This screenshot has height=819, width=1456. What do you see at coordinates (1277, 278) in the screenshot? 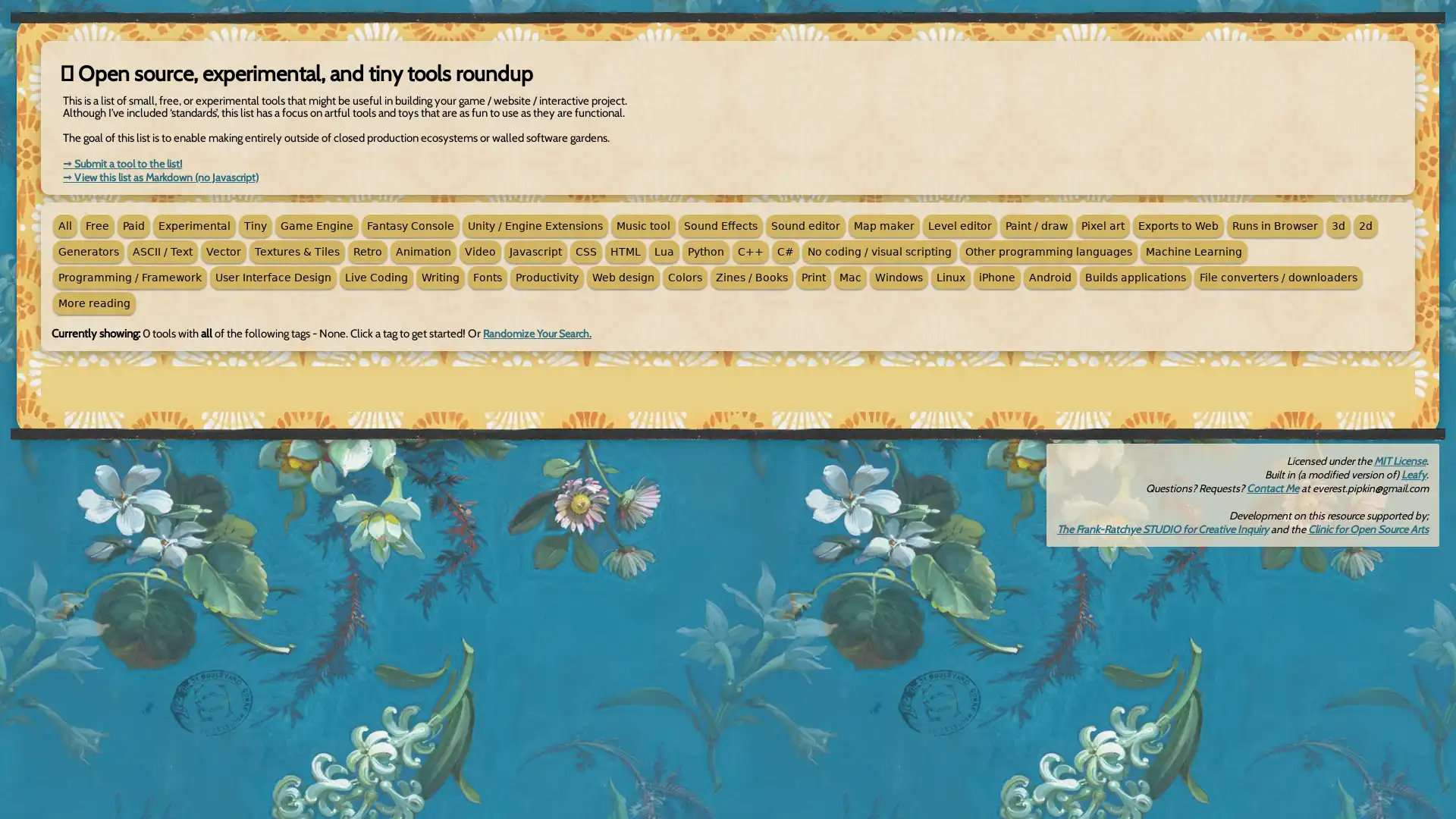
I see `File converters / downloaders` at bounding box center [1277, 278].